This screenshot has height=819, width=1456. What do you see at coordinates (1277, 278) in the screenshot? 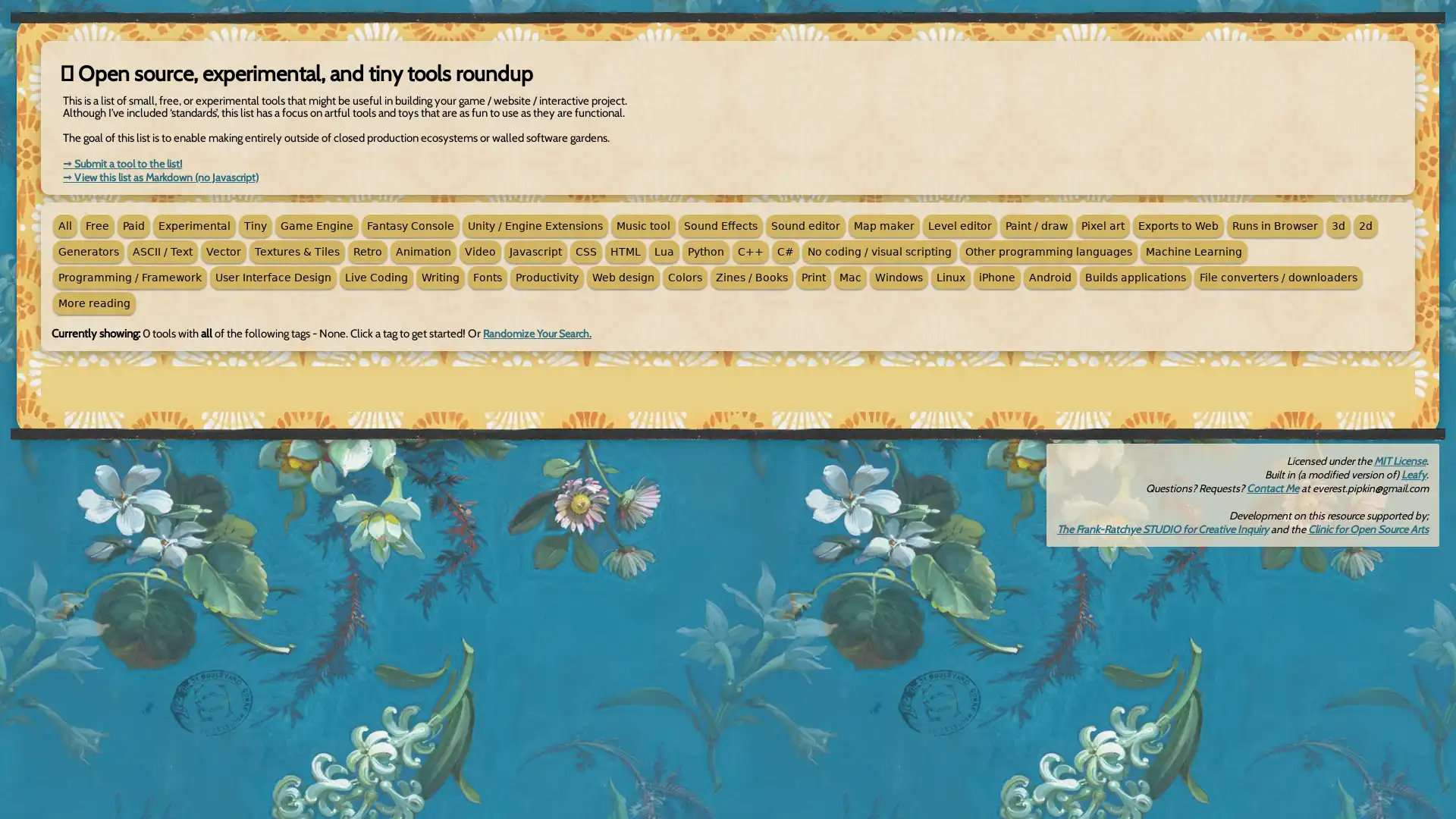
I see `File converters / downloaders` at bounding box center [1277, 278].